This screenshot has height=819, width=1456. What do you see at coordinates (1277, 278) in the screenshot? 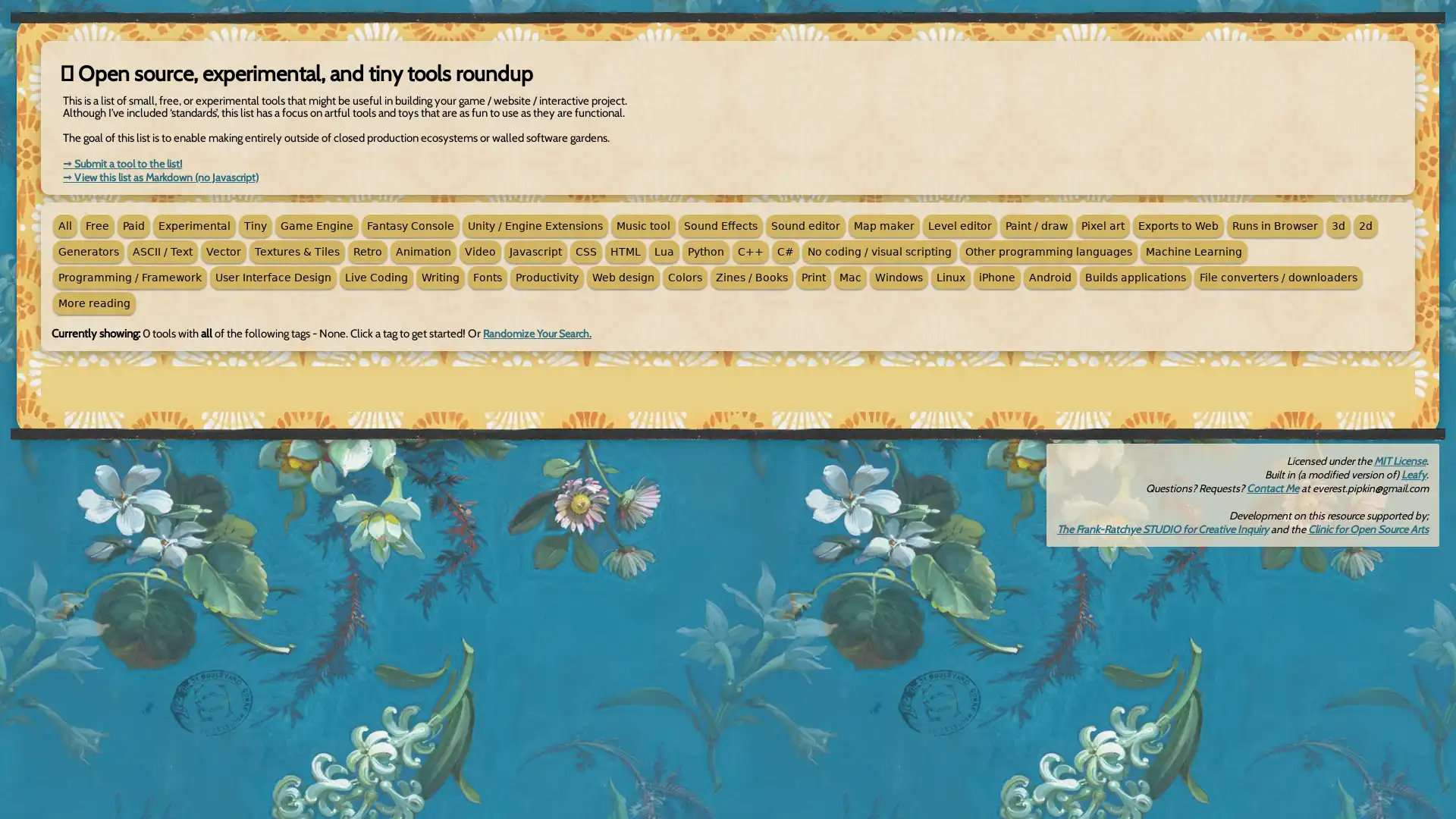
I see `File converters / downloaders` at bounding box center [1277, 278].